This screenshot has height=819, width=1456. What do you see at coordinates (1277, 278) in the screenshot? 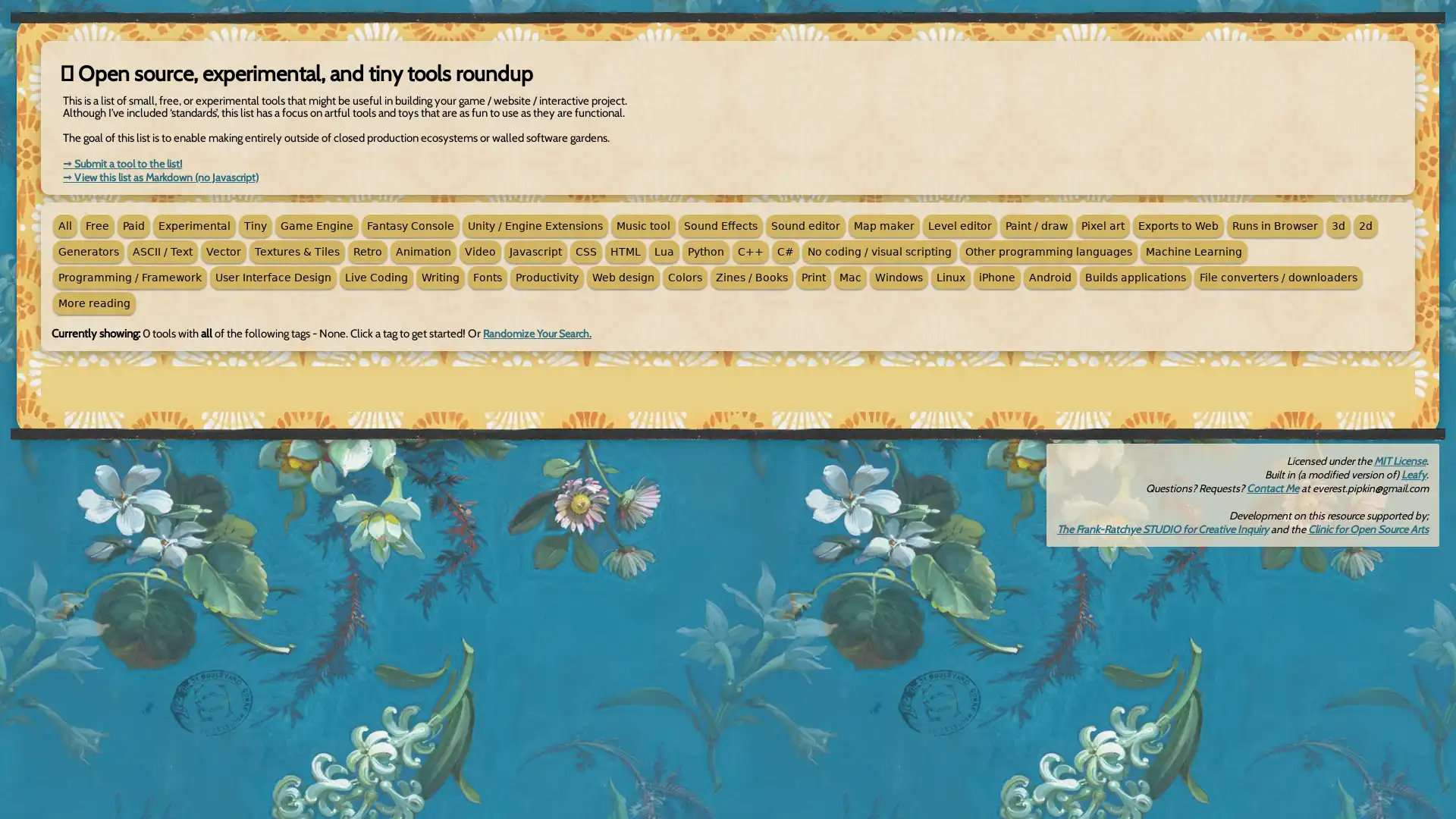
I see `File converters / downloaders` at bounding box center [1277, 278].